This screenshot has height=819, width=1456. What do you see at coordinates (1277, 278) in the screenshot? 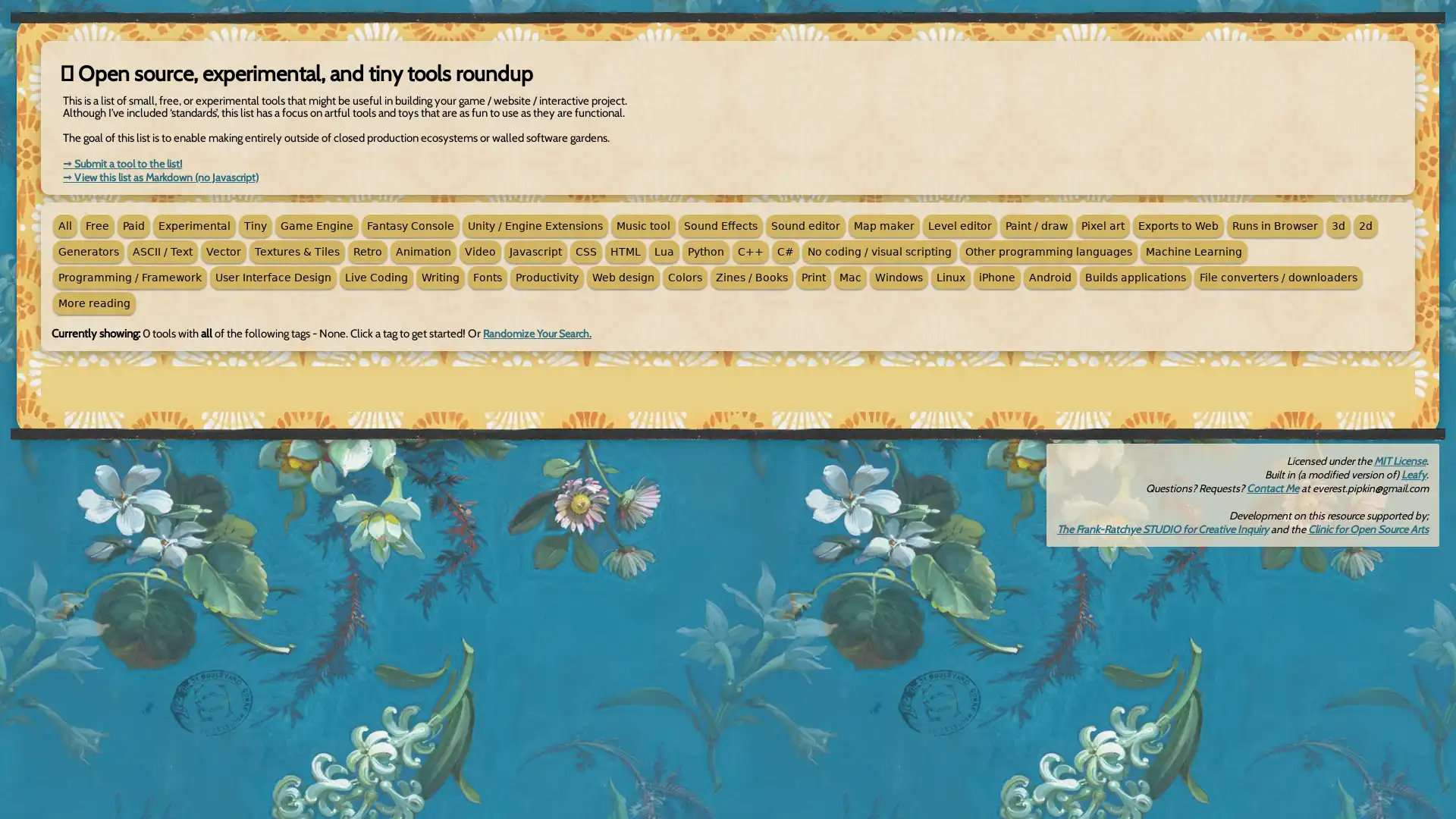
I see `File converters / downloaders` at bounding box center [1277, 278].